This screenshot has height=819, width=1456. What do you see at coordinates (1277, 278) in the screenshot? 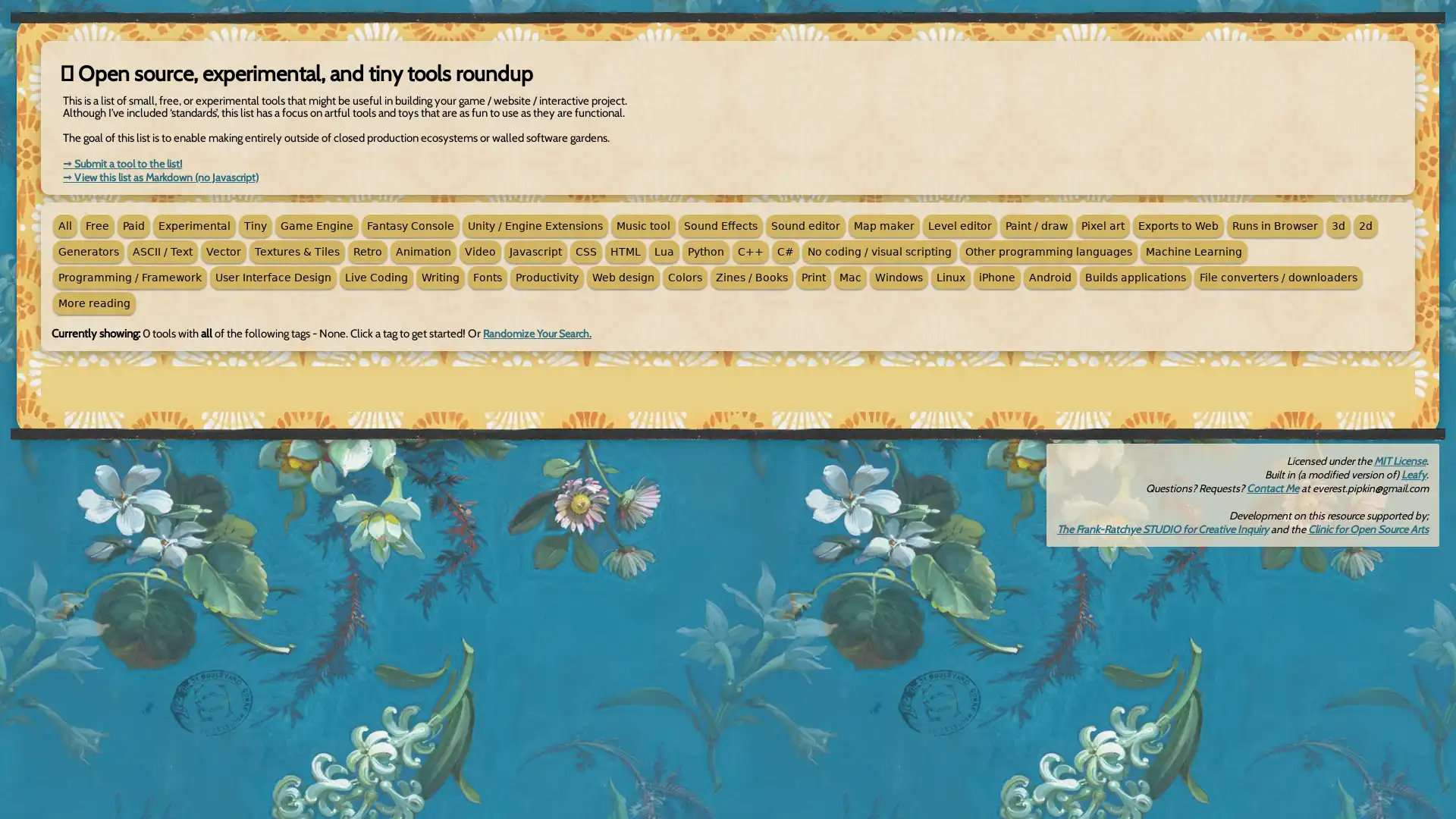
I see `File converters / downloaders` at bounding box center [1277, 278].